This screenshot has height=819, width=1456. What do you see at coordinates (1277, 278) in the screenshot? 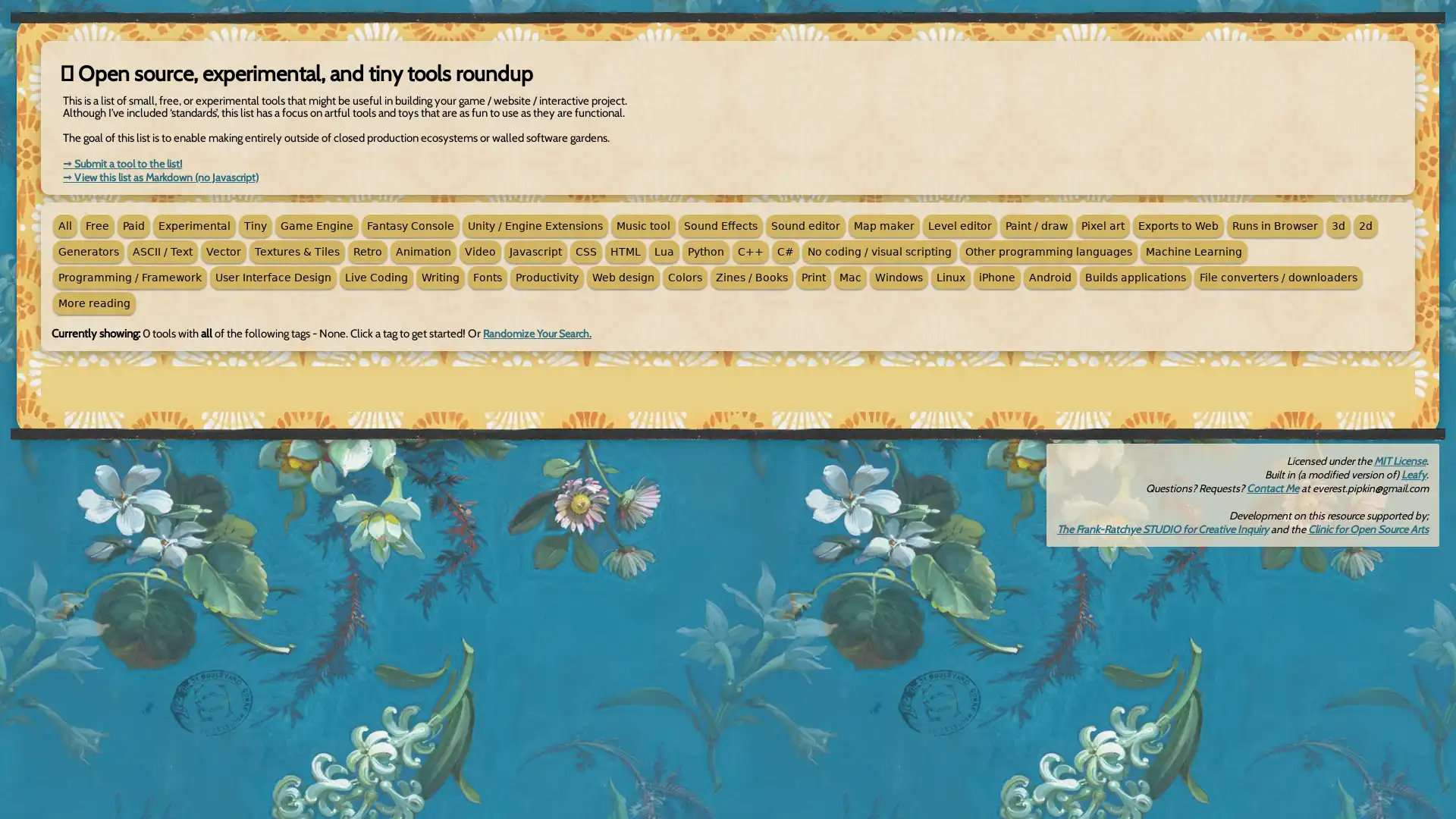
I see `File converters / downloaders` at bounding box center [1277, 278].